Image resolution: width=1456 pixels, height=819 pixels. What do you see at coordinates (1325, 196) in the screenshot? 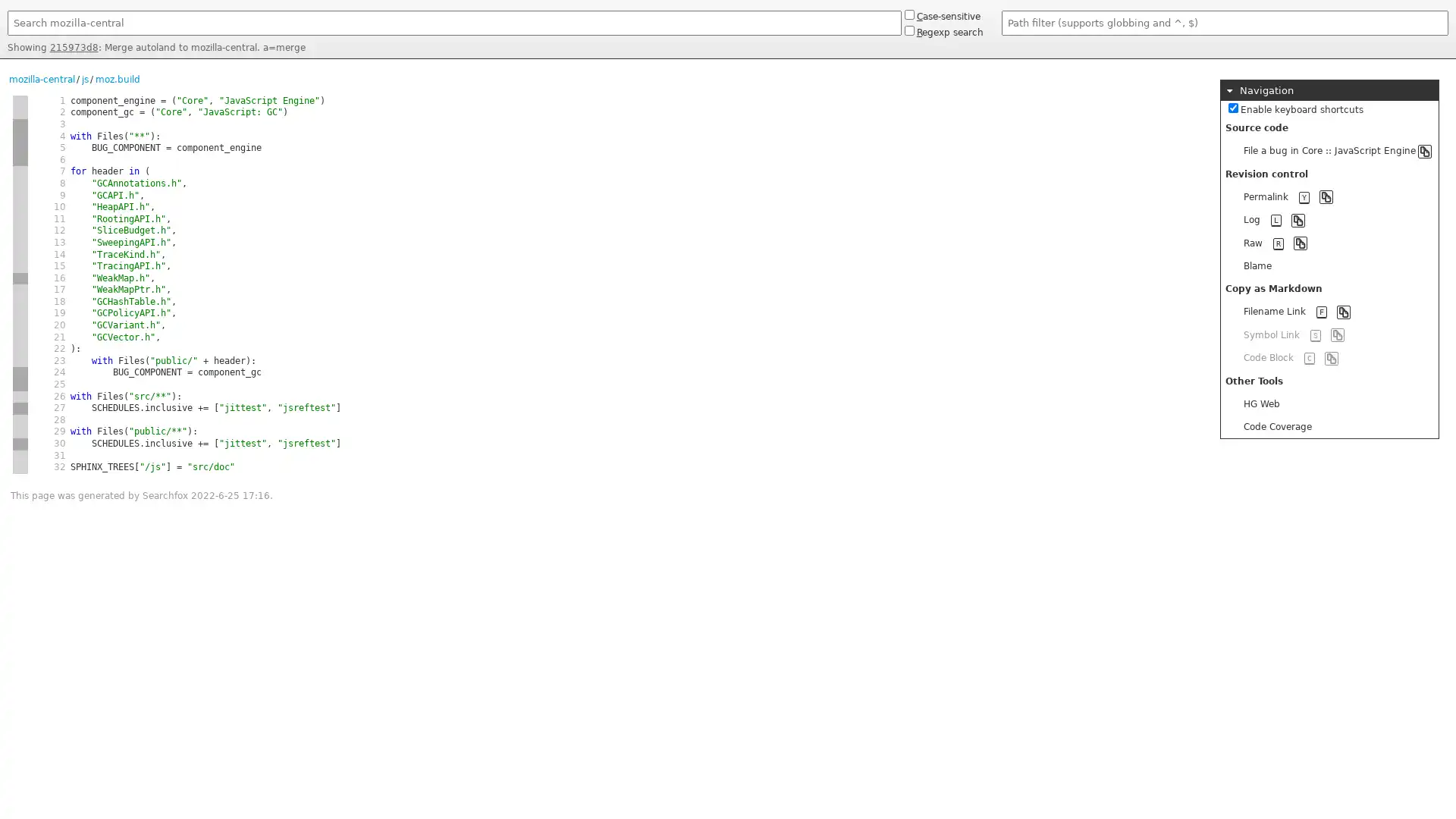
I see `Copy to clipboard` at bounding box center [1325, 196].